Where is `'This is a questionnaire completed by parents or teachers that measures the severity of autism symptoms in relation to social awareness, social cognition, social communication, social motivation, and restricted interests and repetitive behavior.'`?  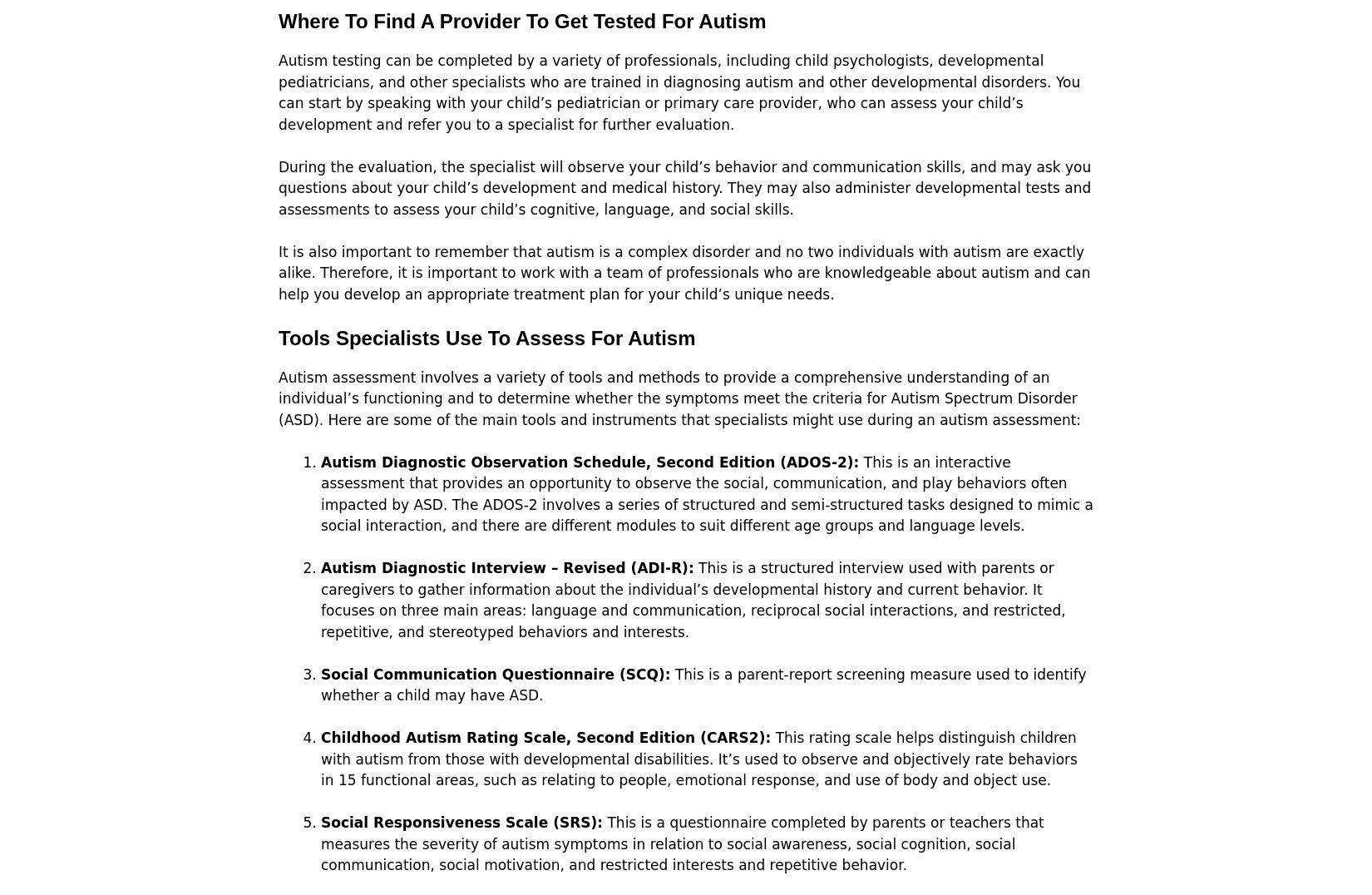 'This is a questionnaire completed by parents or teachers that measures the severity of autism symptoms in relation to social awareness, social cognition, social communication, social motivation, and restricted interests and repetitive behavior.' is located at coordinates (681, 843).